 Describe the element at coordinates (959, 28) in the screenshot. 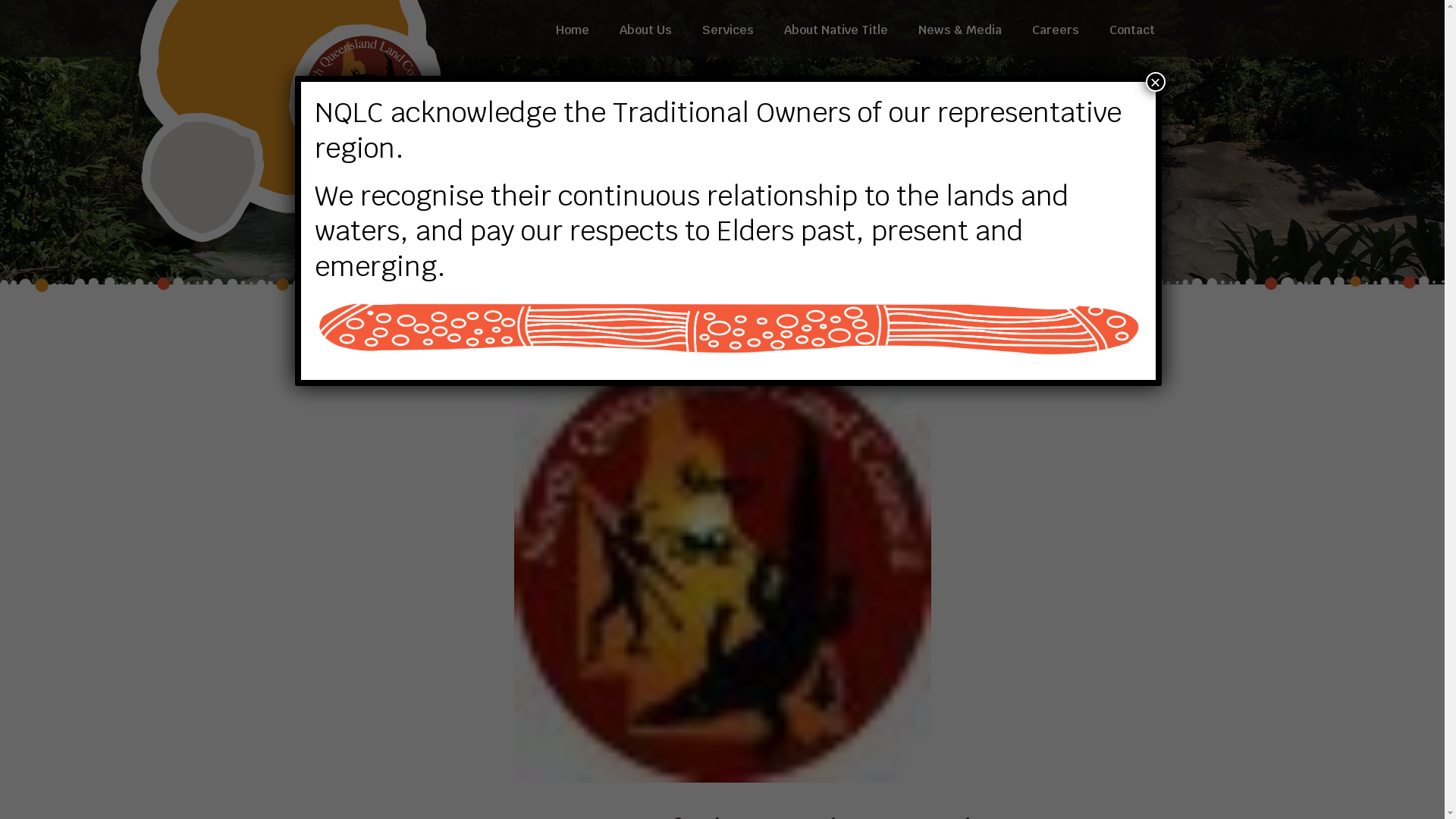

I see `'News & Media'` at that location.